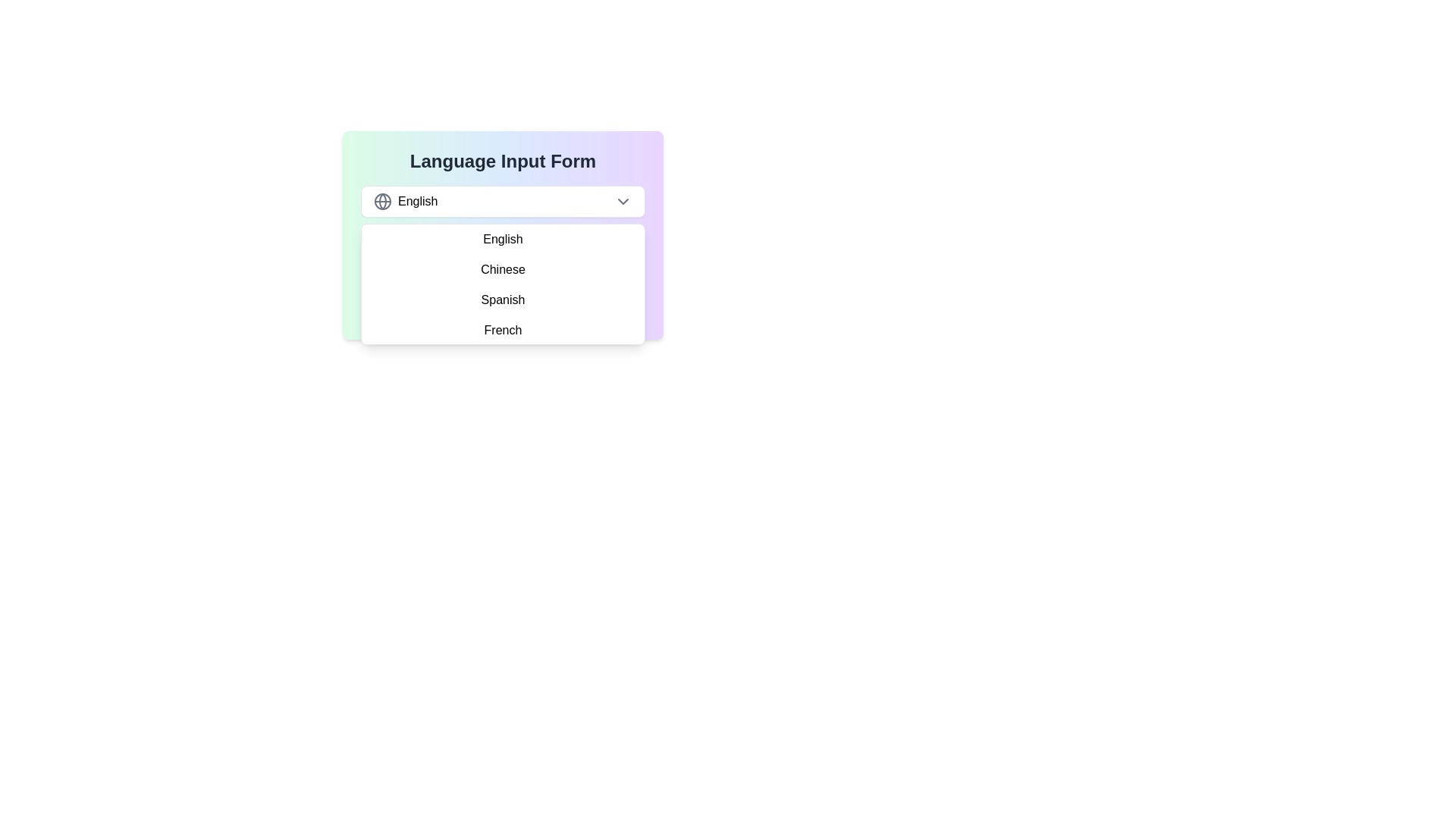  I want to click on the dropdown menu, so click(503, 253).